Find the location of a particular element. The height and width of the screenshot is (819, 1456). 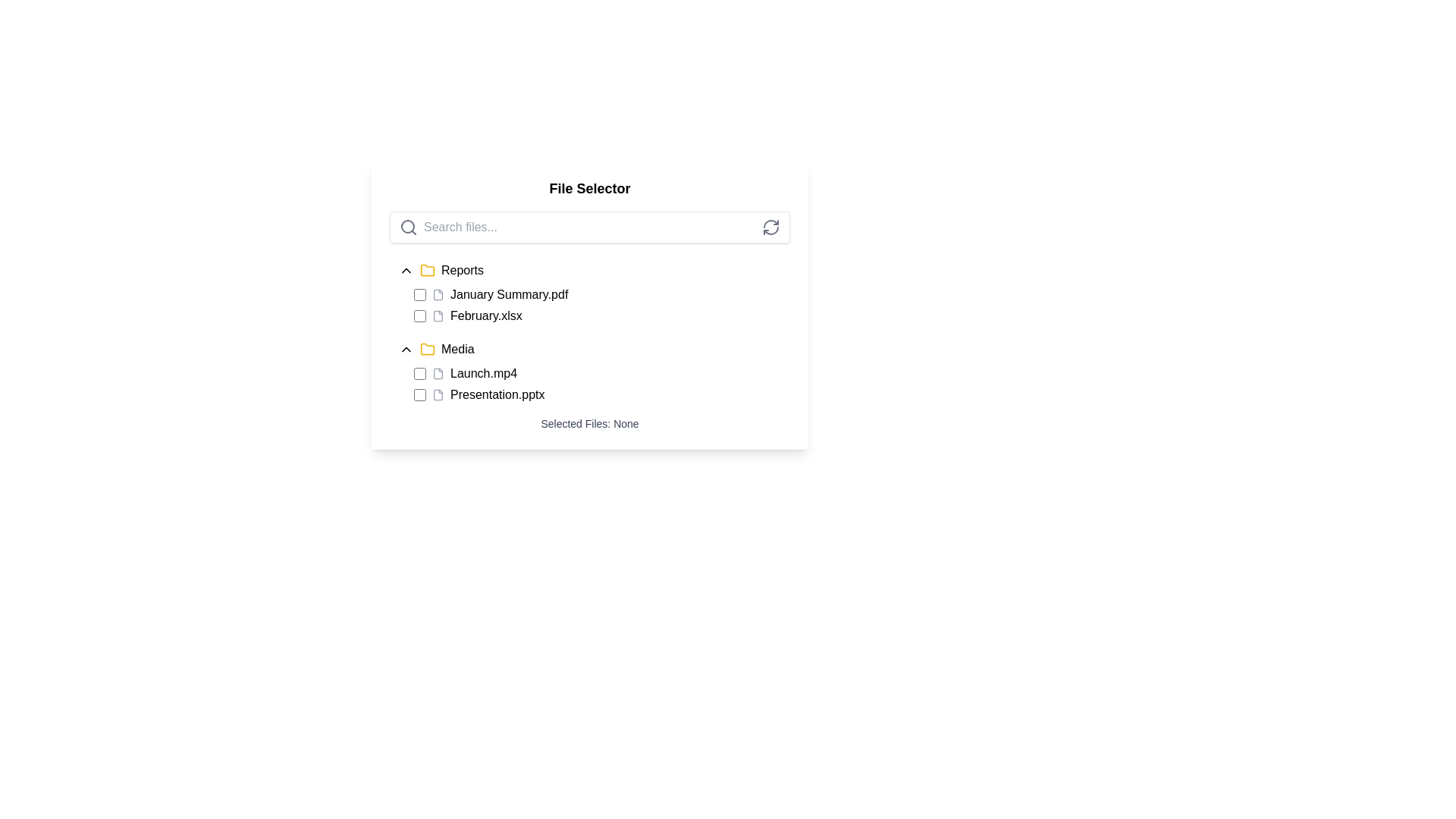

the small yellow folder icon located to the left of the 'Reports' label in the collapsible item of the file selector interface is located at coordinates (427, 270).